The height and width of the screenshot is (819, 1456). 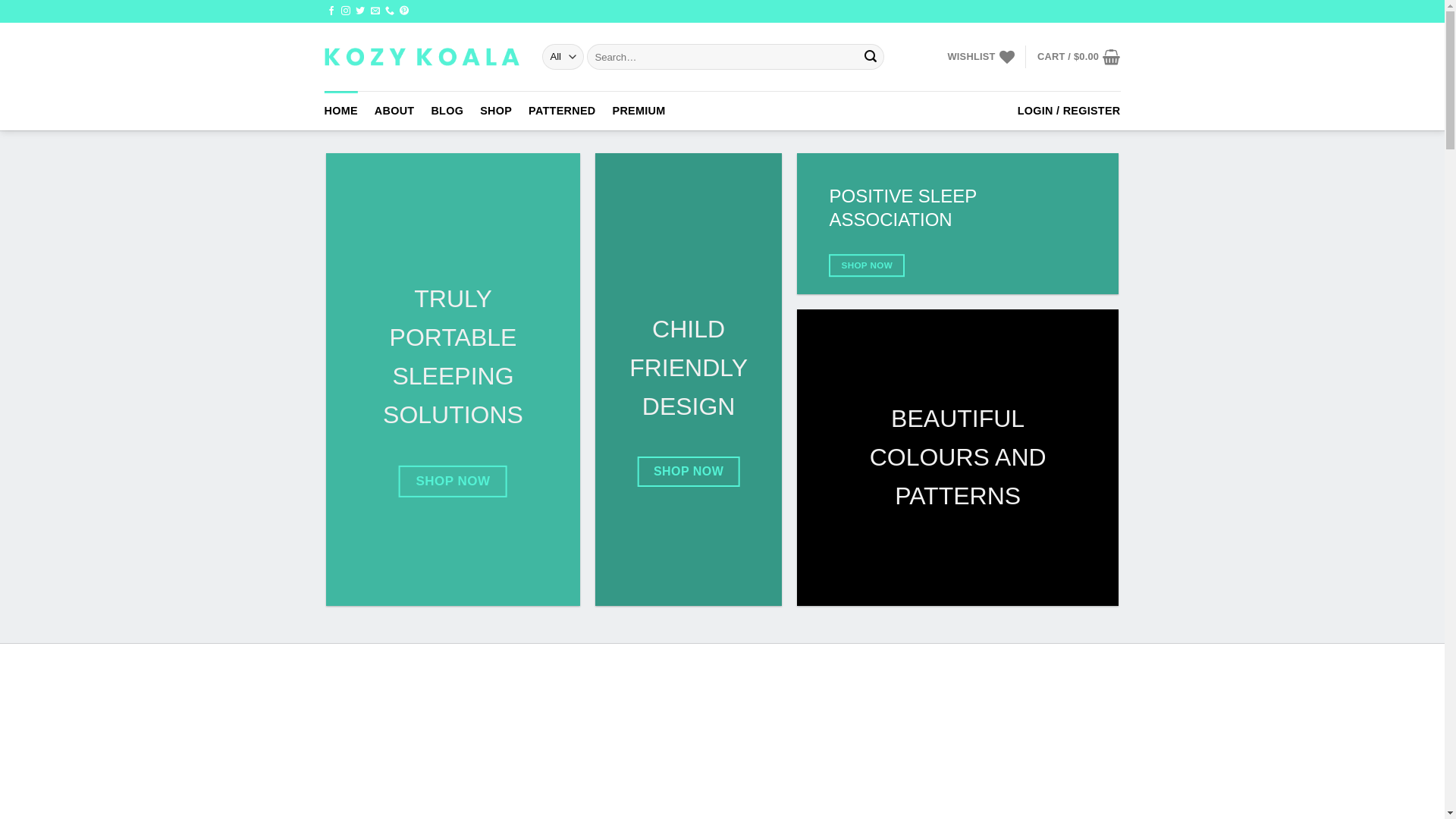 What do you see at coordinates (403, 11) in the screenshot?
I see `'Follow on Pinterest'` at bounding box center [403, 11].